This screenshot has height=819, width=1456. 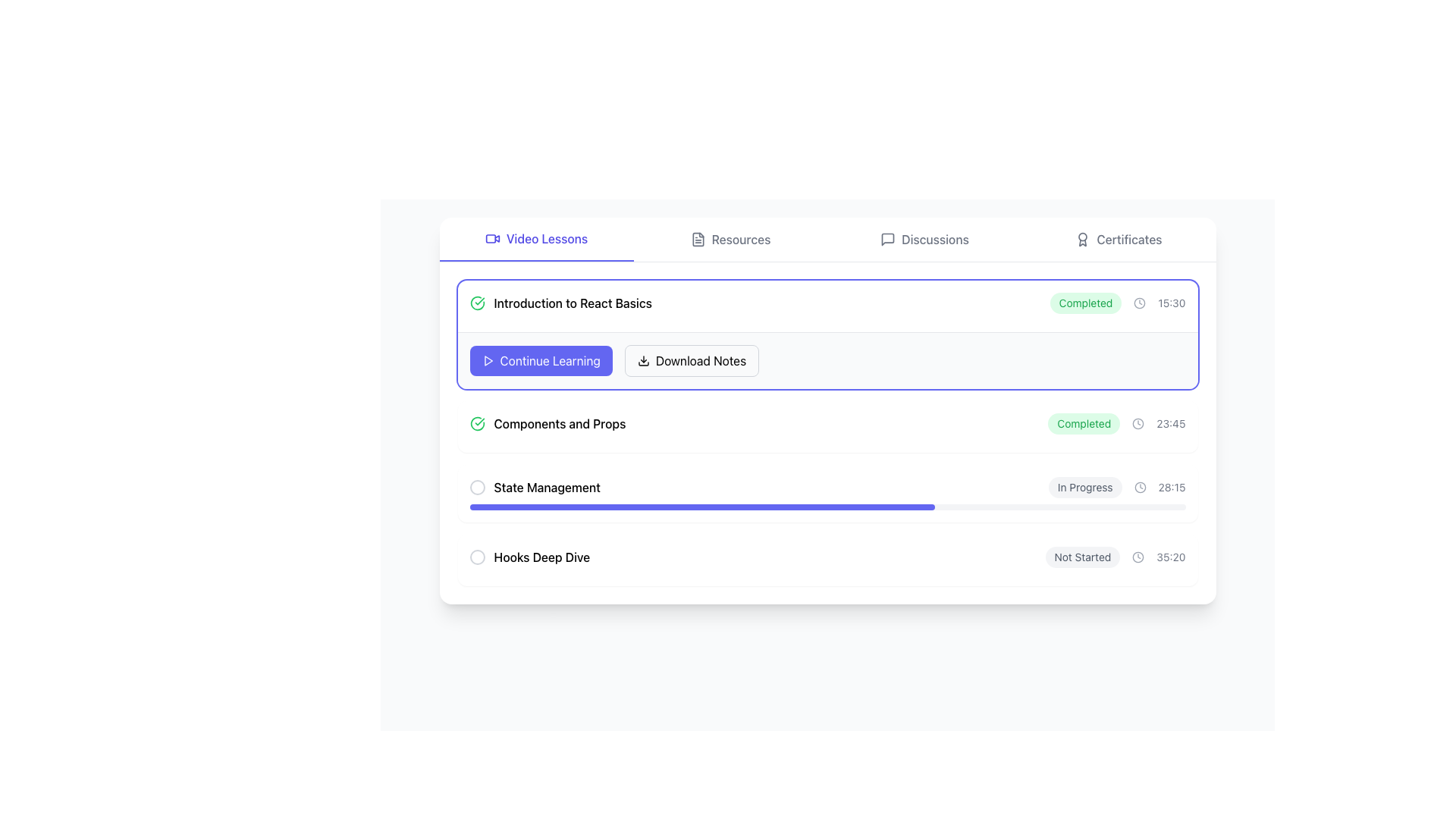 I want to click on the 'Continue Learning' button located in the 'Introduction to React Basics' section, so click(x=541, y=360).